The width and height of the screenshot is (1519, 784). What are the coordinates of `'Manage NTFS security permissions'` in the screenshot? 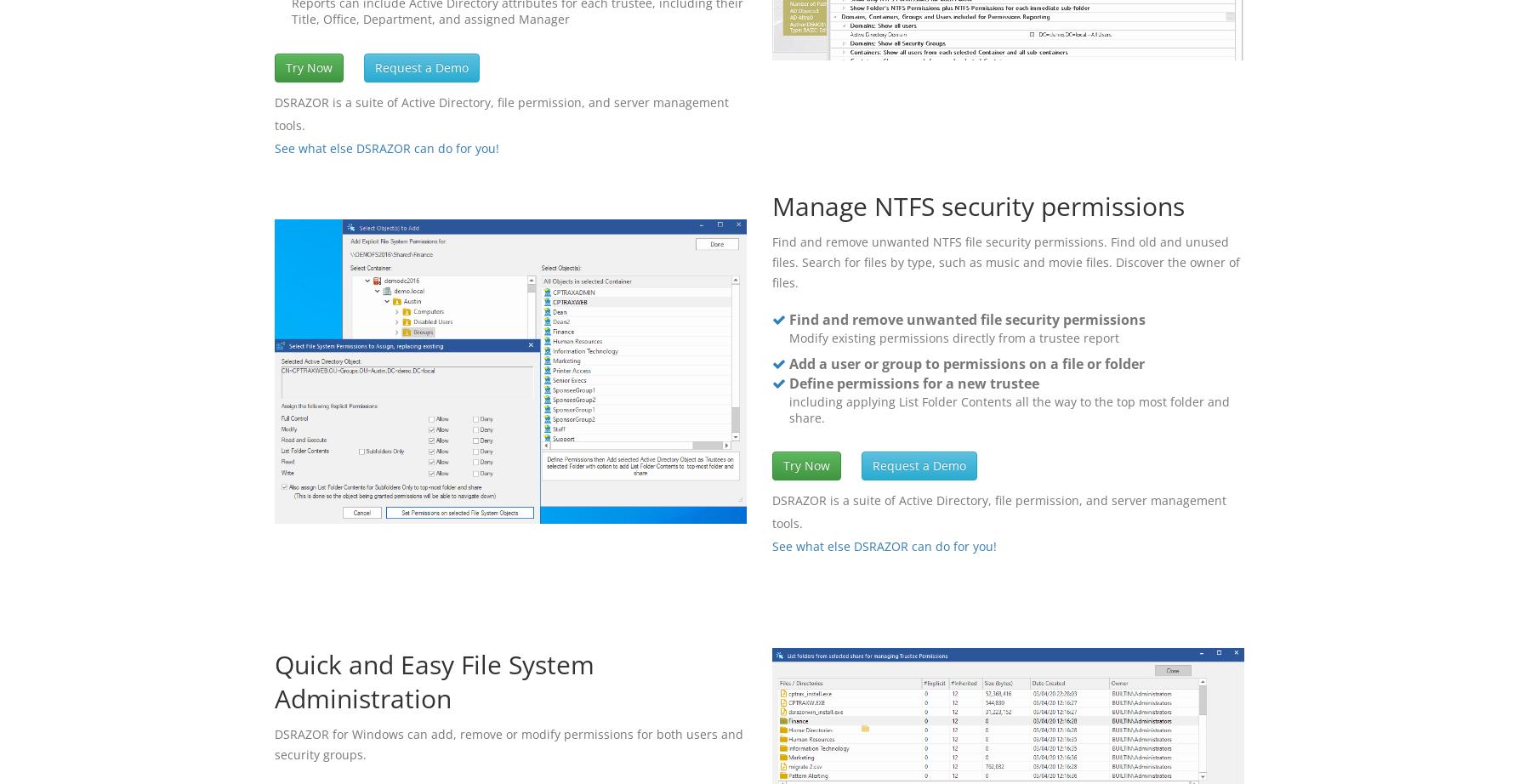 It's located at (772, 204).